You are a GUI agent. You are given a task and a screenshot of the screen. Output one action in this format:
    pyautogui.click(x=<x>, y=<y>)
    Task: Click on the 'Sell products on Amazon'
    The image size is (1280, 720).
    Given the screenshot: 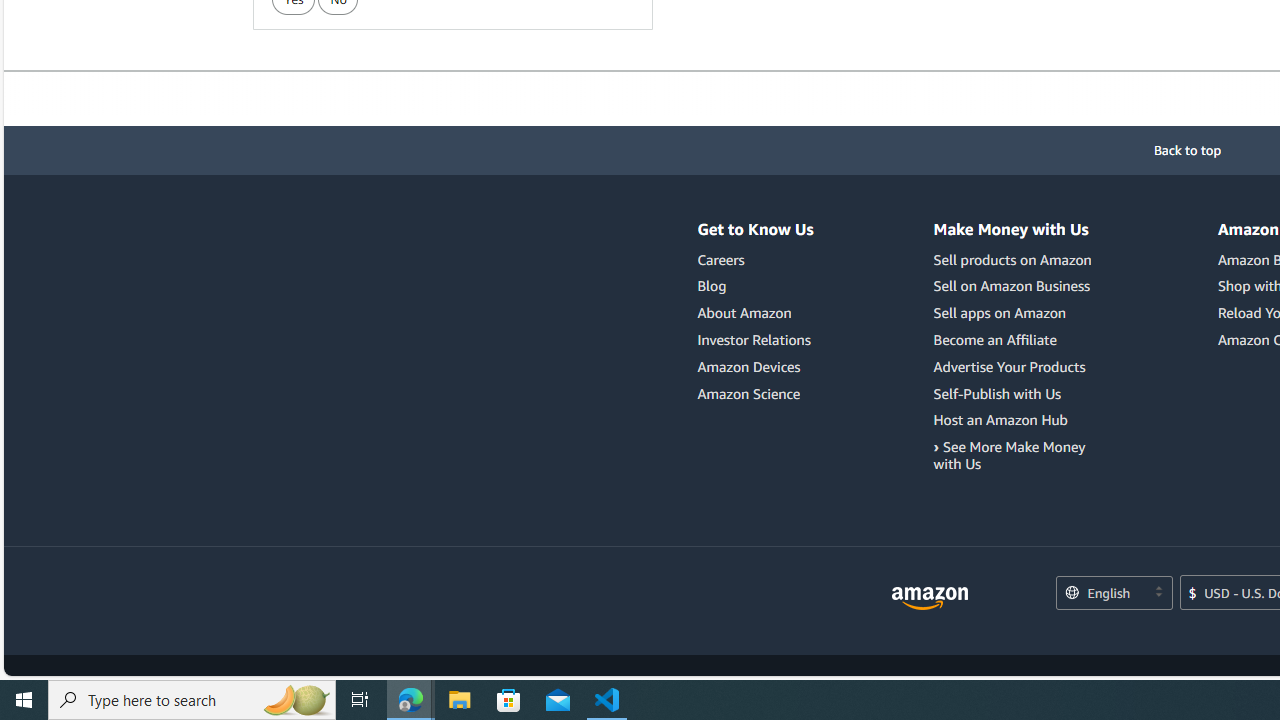 What is the action you would take?
    pyautogui.click(x=1012, y=258)
    